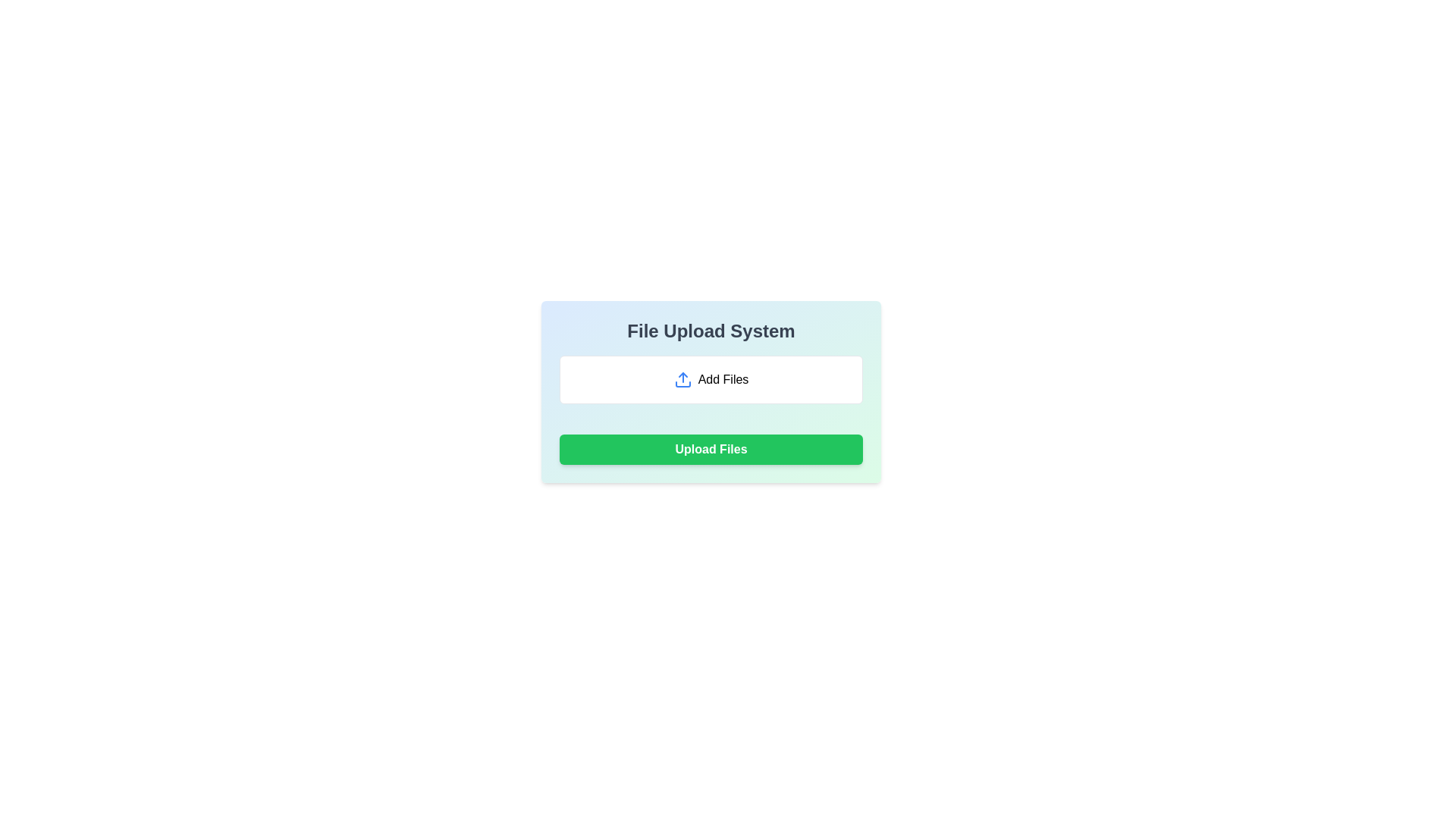  I want to click on the green rectangular button labeled 'Upload Files', so click(710, 449).